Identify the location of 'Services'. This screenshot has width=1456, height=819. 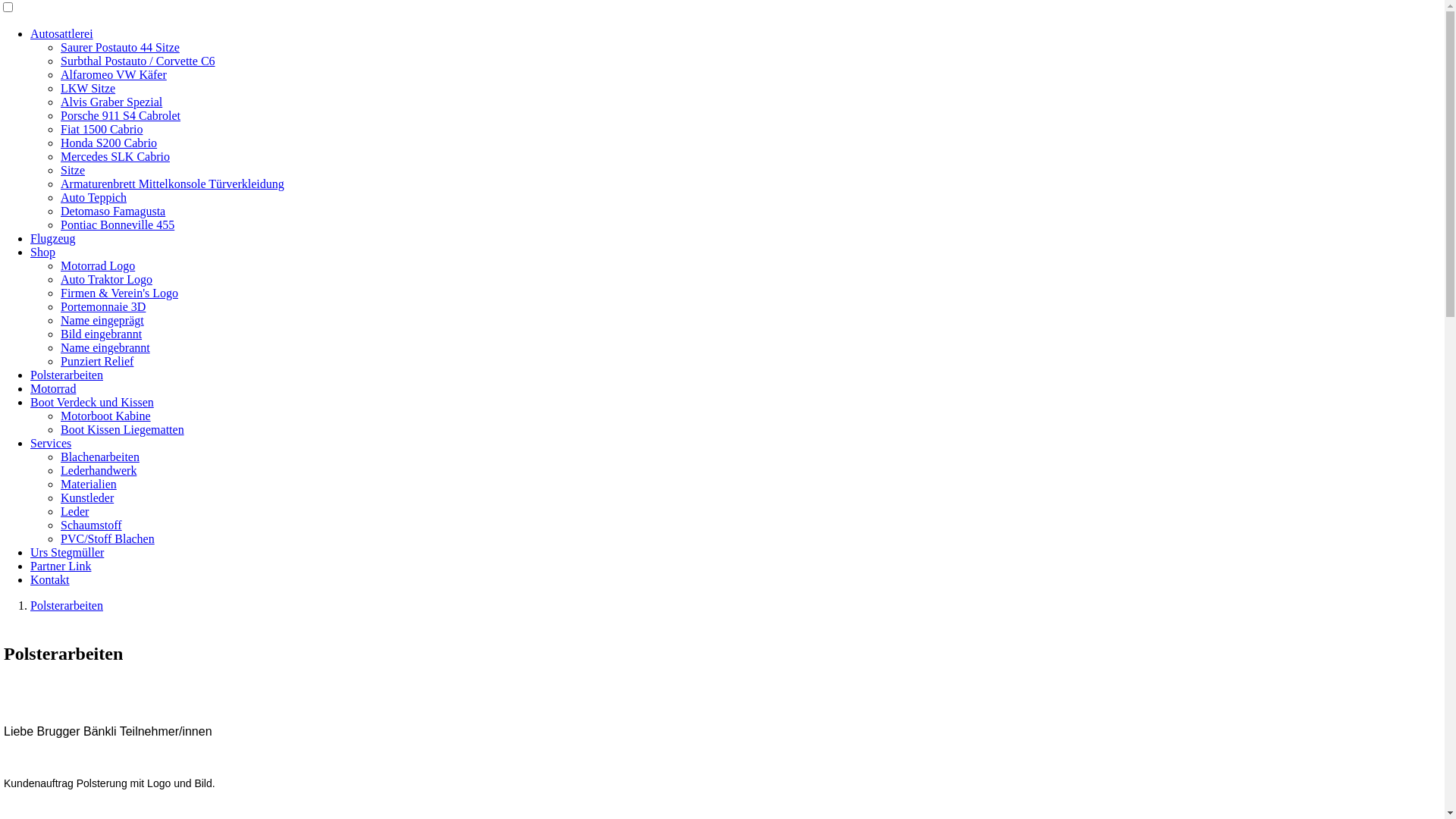
(51, 443).